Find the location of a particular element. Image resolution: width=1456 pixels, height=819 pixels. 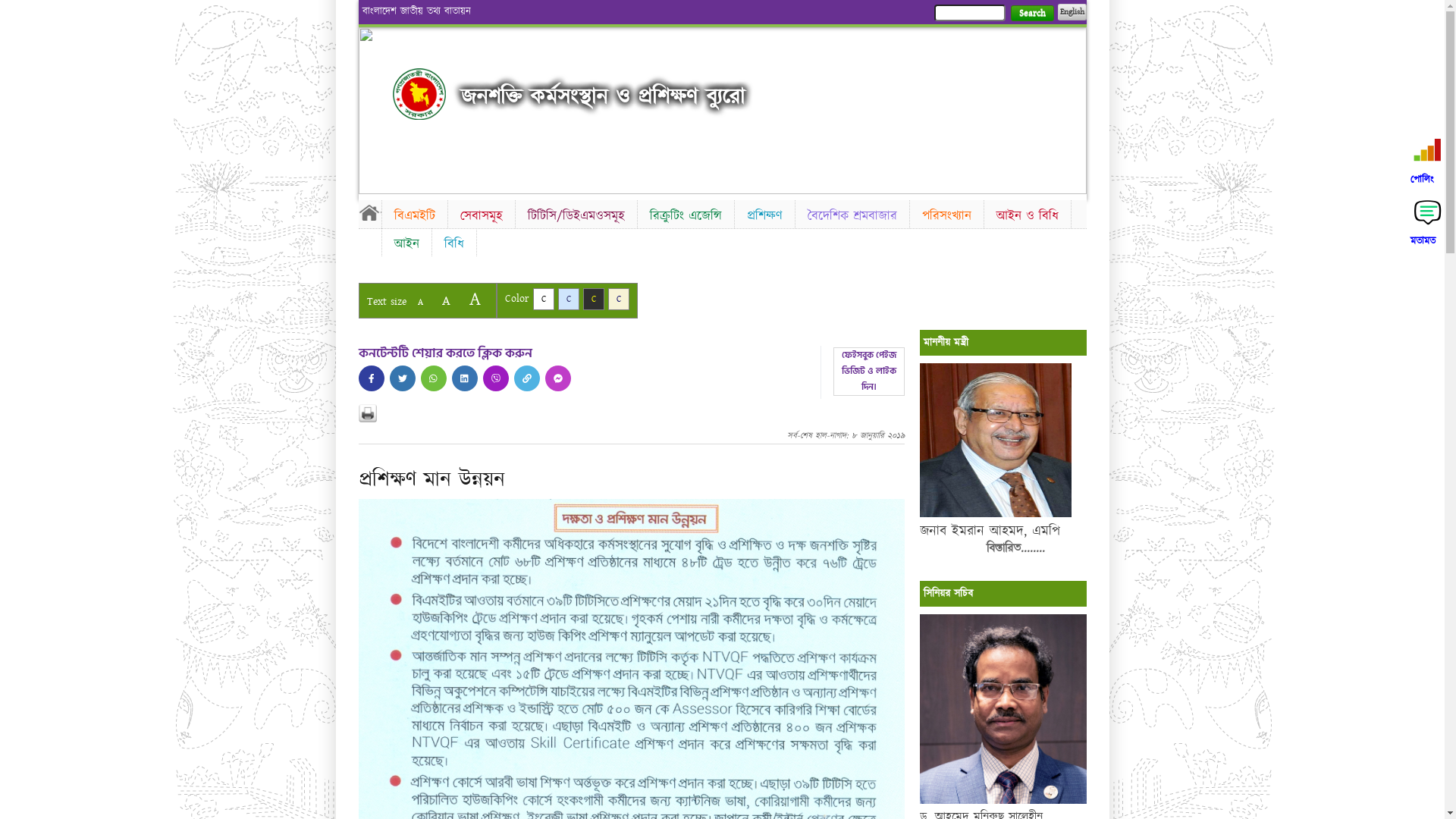

'A' is located at coordinates (460, 299).